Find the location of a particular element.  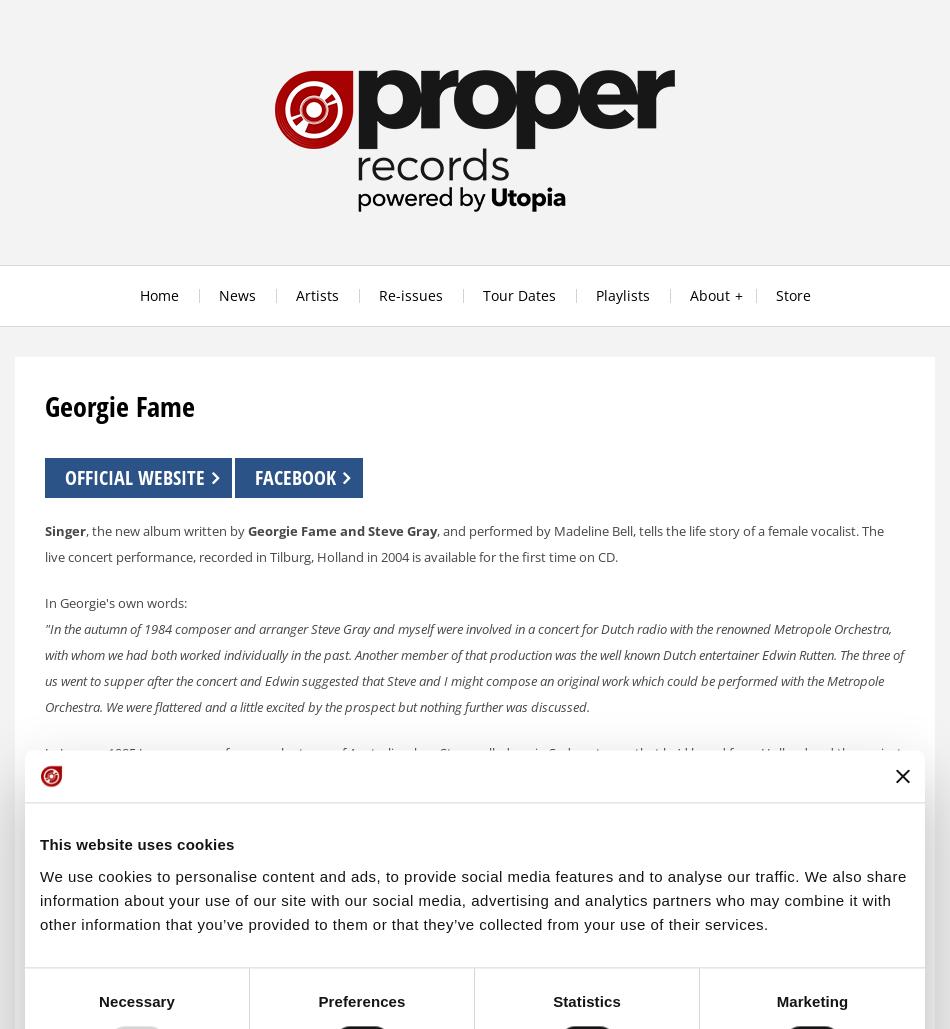

'cookies to watch this video.' is located at coordinates (492, 948).